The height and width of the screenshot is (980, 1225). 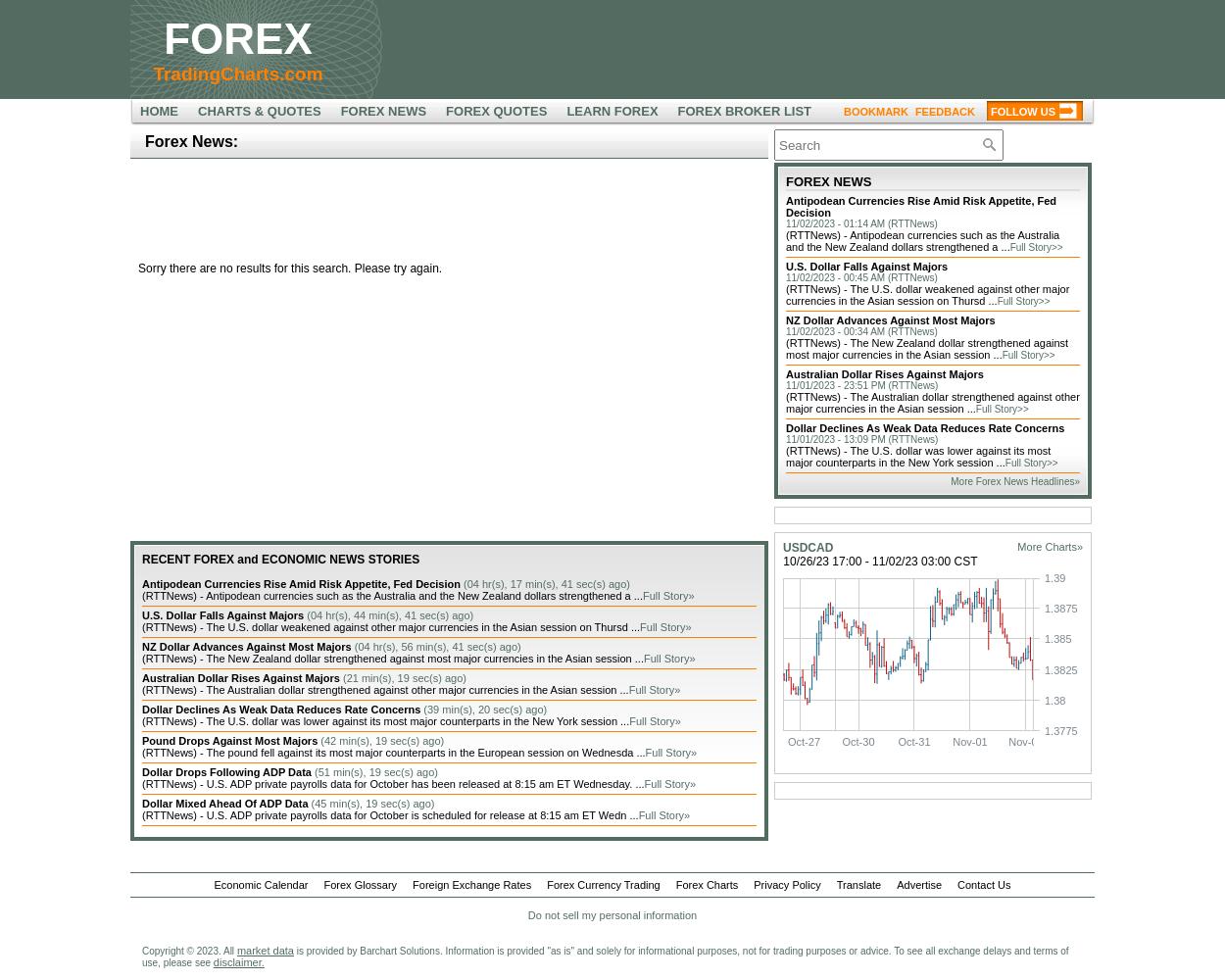 I want to click on '(51 min(s), 19 sec(s) ago)', so click(x=375, y=772).